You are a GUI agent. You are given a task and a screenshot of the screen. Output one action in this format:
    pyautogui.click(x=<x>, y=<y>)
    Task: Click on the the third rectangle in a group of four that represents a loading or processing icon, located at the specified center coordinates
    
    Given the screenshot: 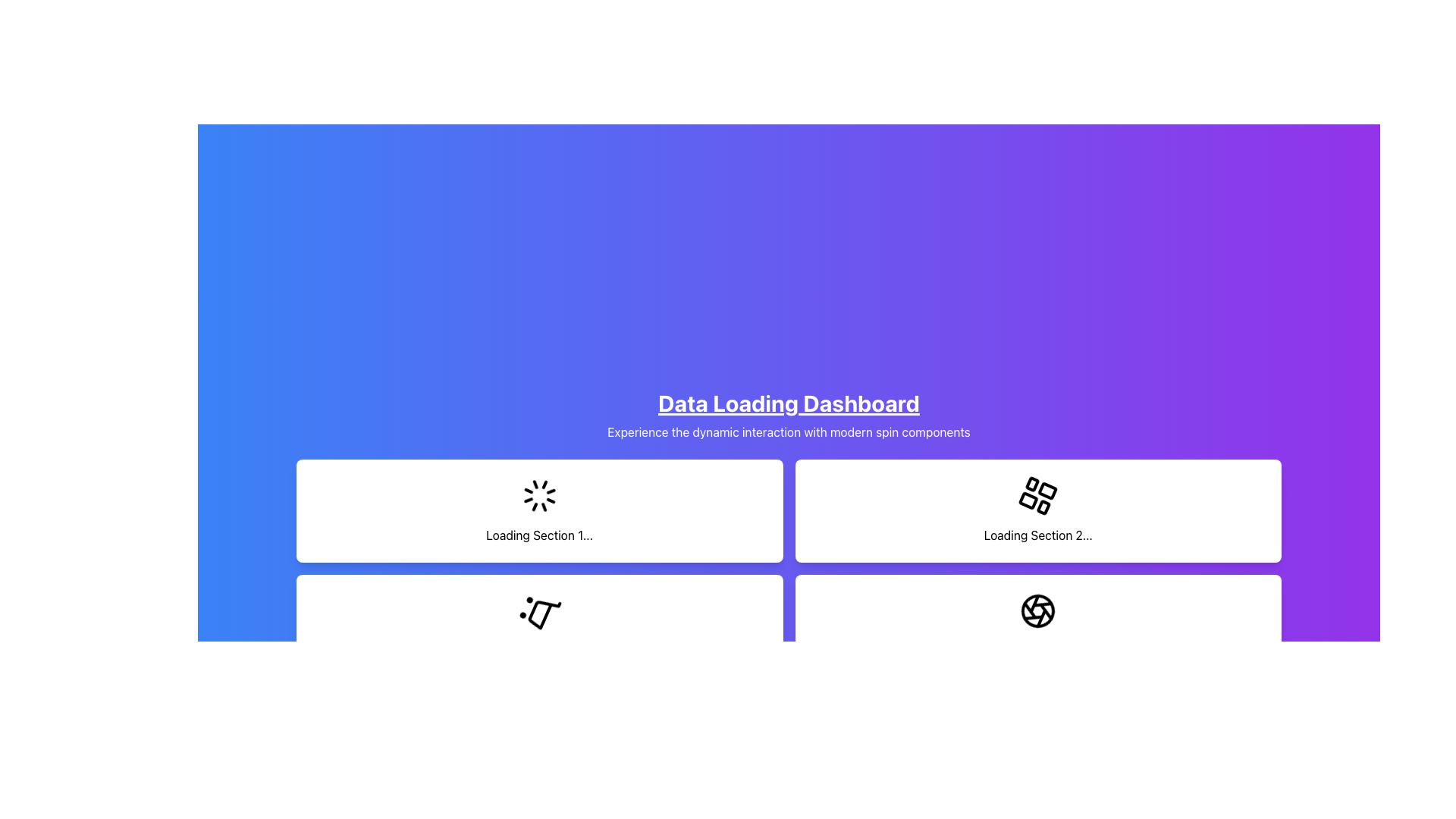 What is the action you would take?
    pyautogui.click(x=1028, y=491)
    